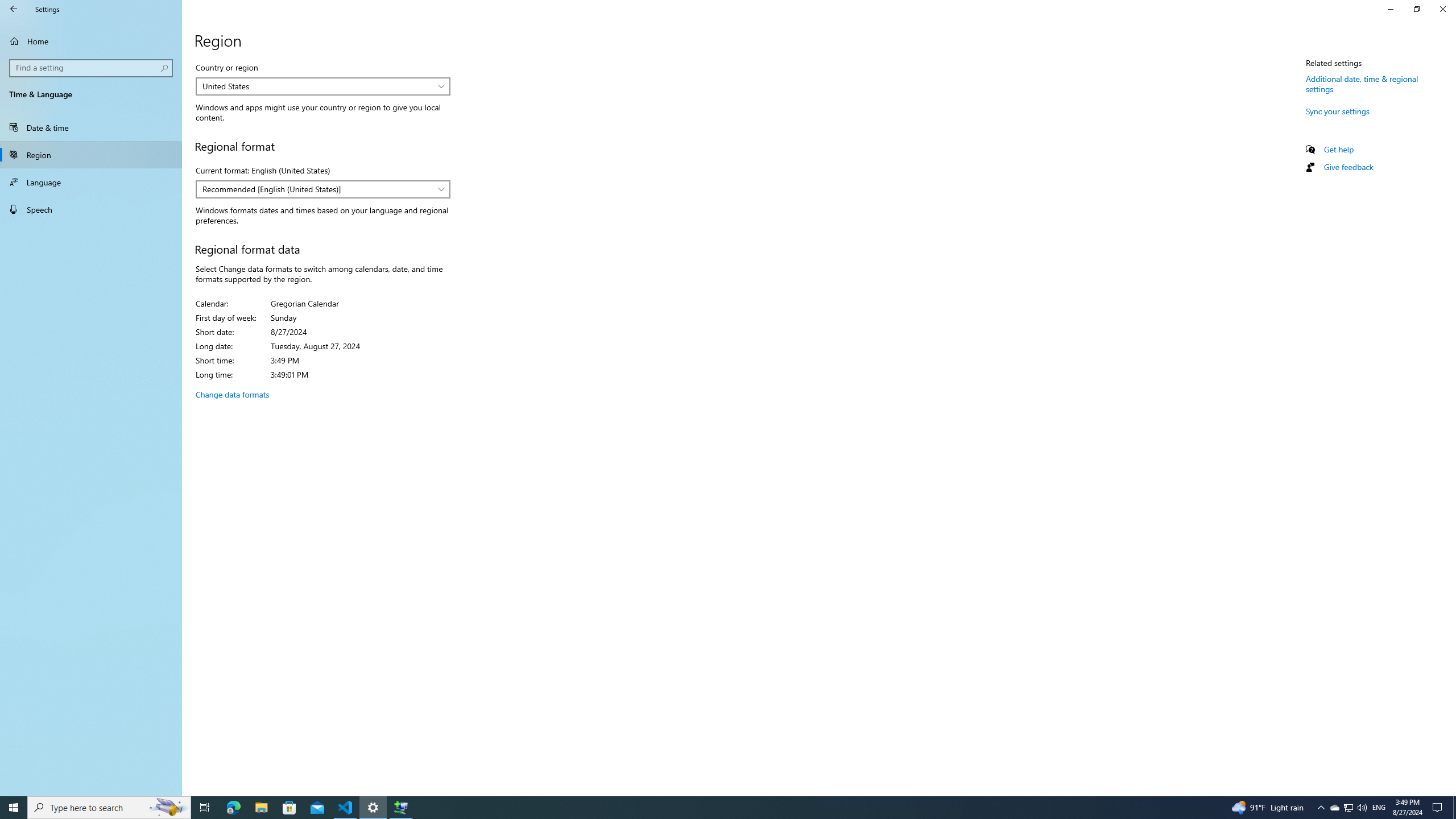 This screenshot has height=819, width=1456. Describe the element at coordinates (90, 126) in the screenshot. I see `'Date & time'` at that location.